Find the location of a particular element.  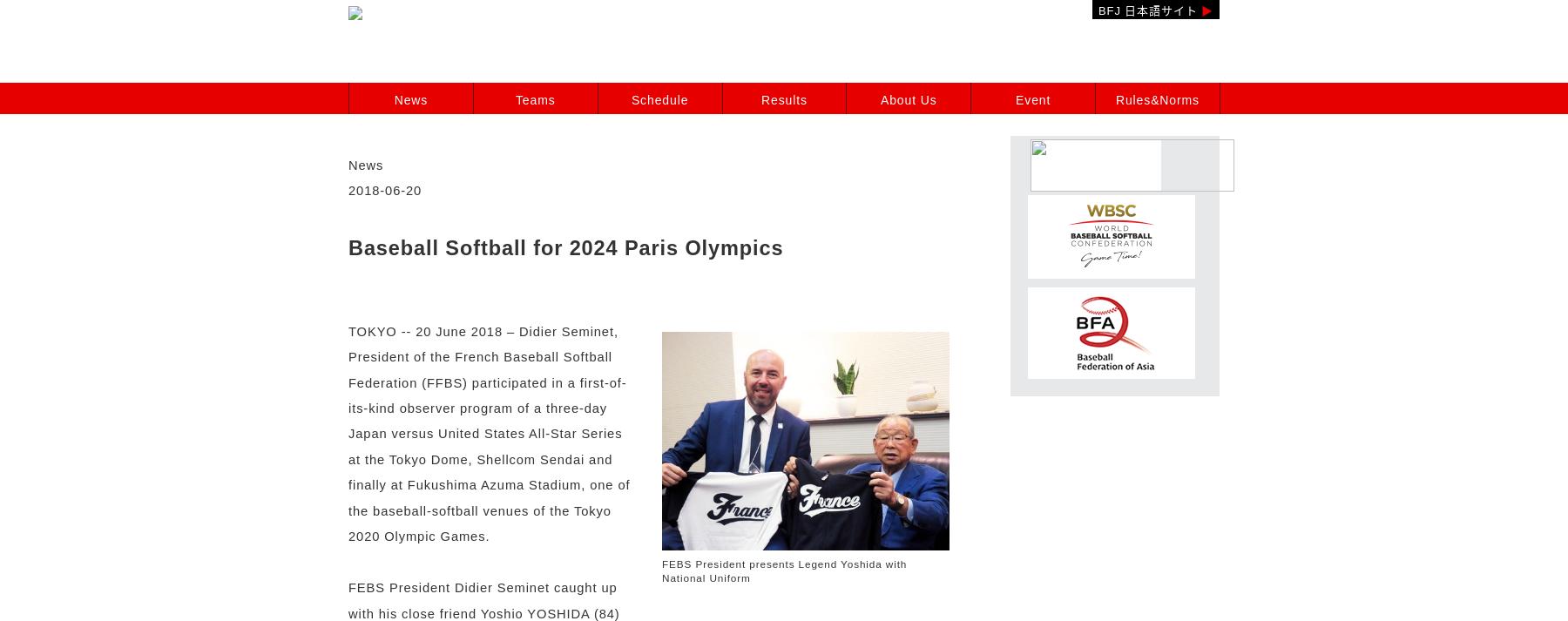

'2018-06-20' is located at coordinates (385, 191).